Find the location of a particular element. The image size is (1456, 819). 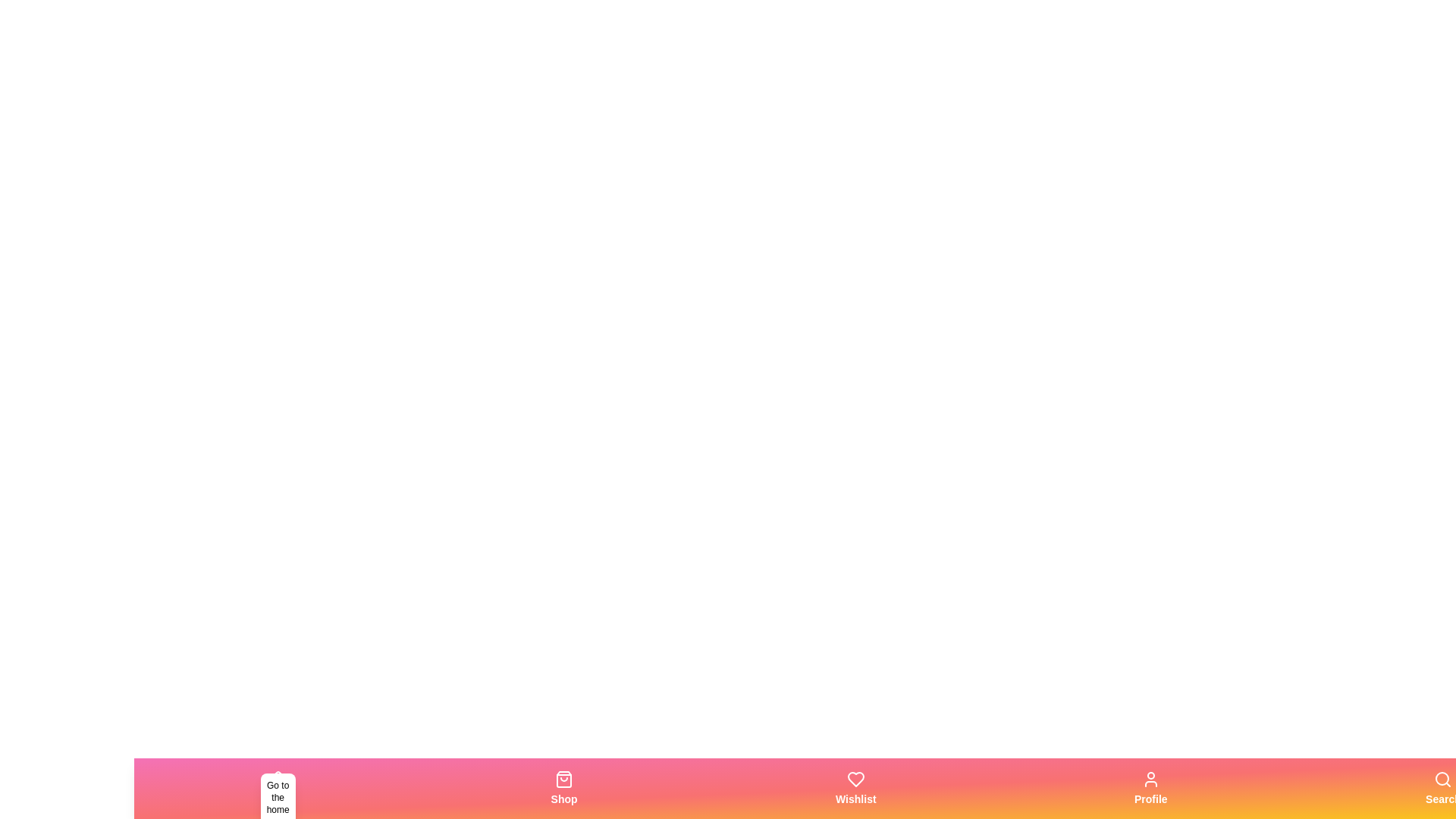

the Shop tab in the bottom navigation bar is located at coordinates (563, 788).